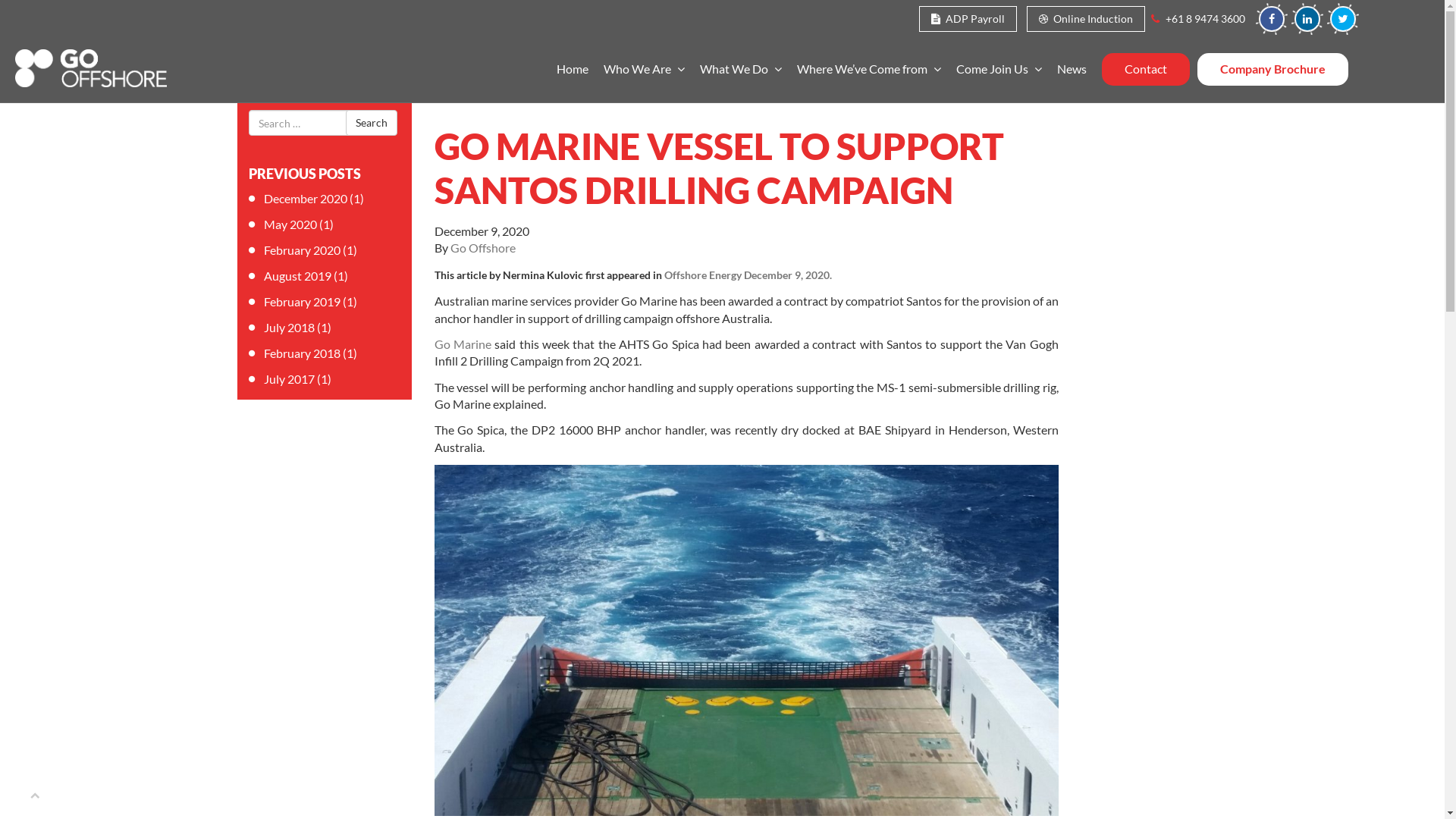  I want to click on 'February 2020', so click(302, 249).